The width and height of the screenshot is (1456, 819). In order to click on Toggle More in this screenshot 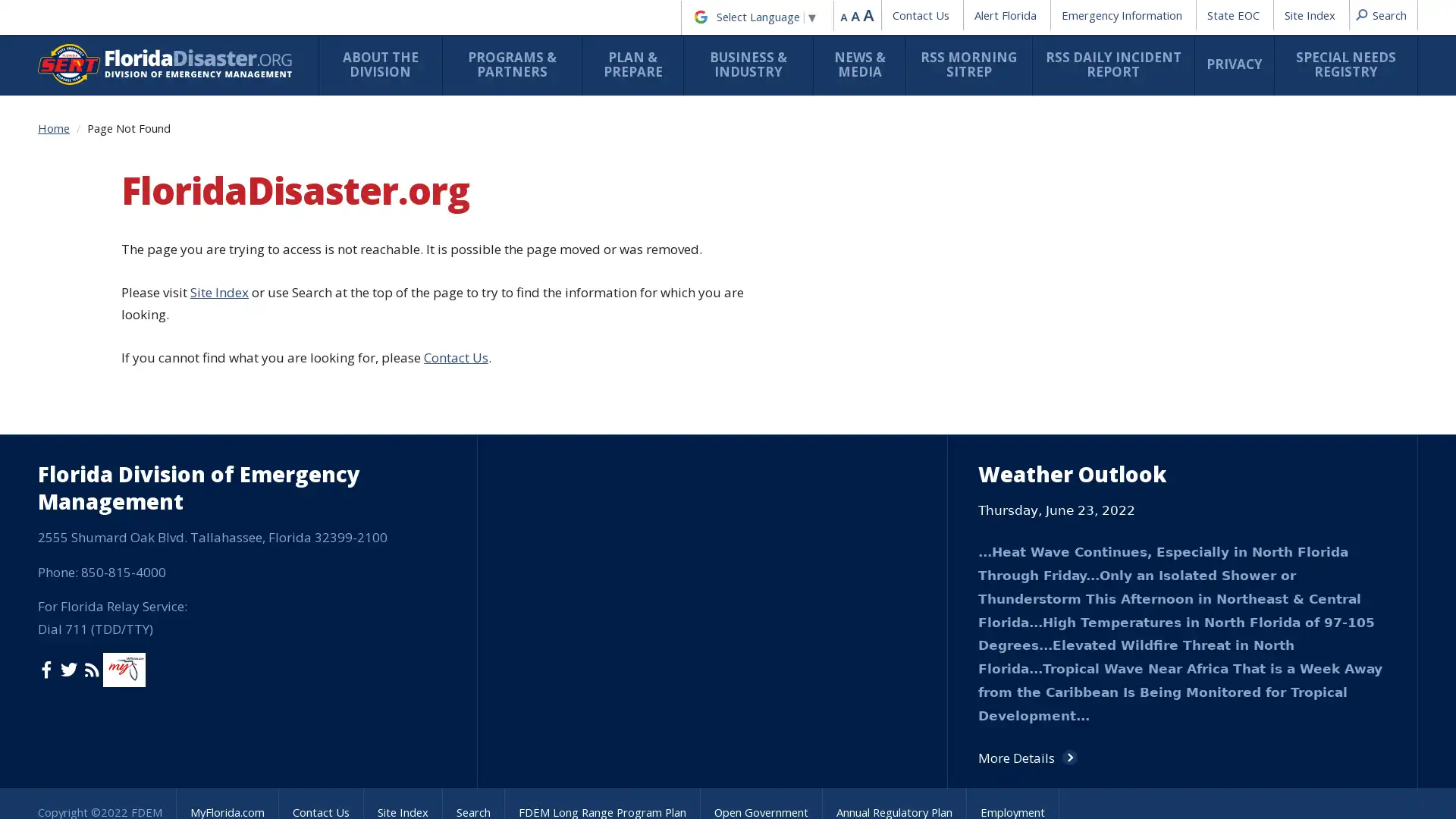, I will do `click(607, 289)`.